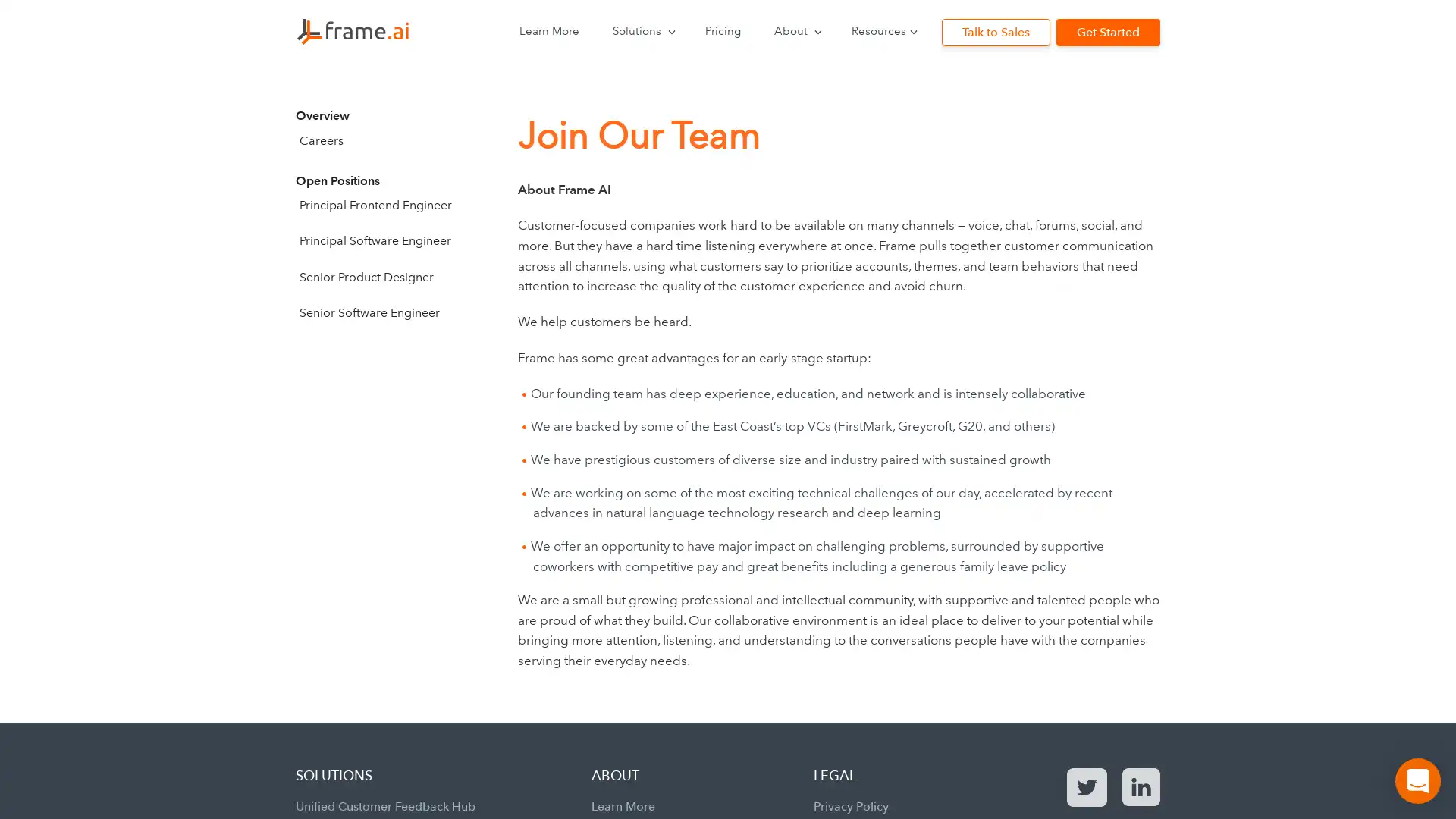 The height and width of the screenshot is (819, 1456). Describe the element at coordinates (1417, 780) in the screenshot. I see `Open Intercom Messenger` at that location.